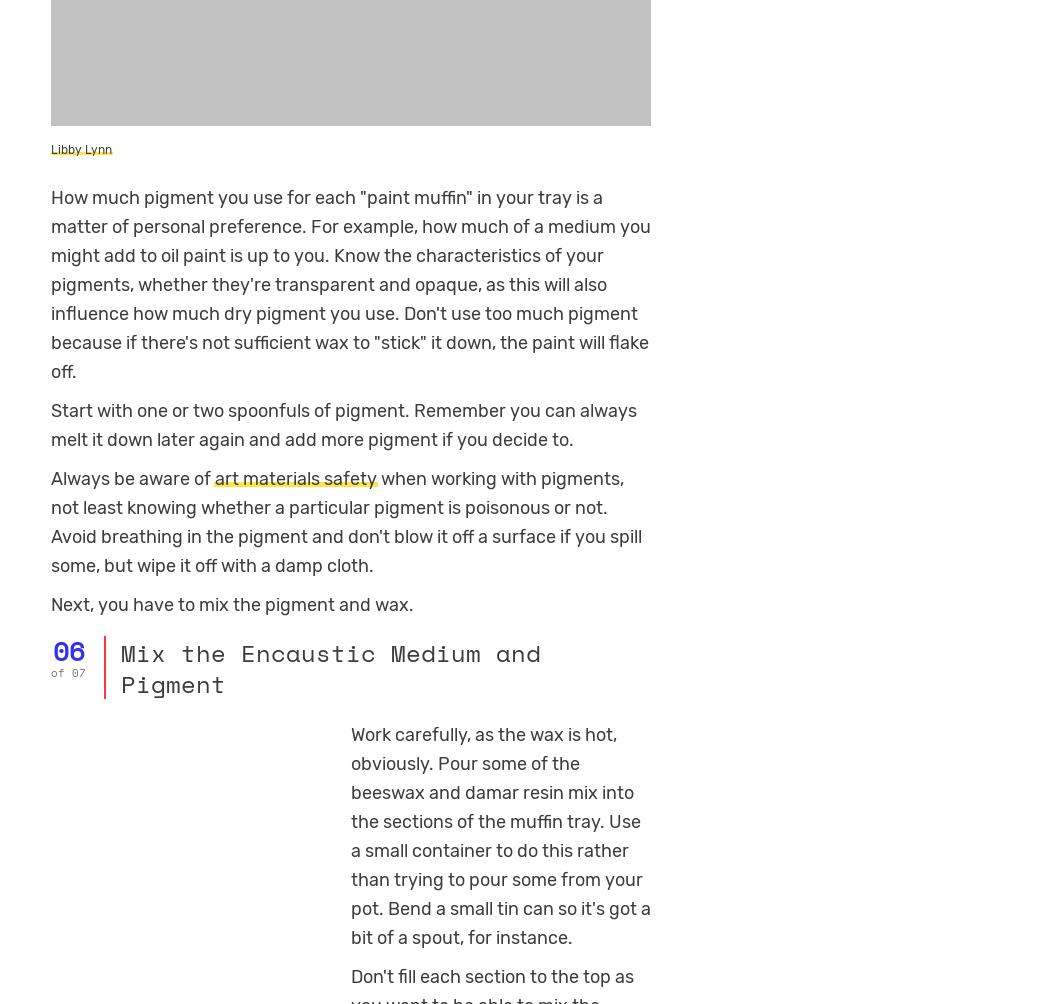 Image resolution: width=1050 pixels, height=1004 pixels. I want to click on 'Next, you have to mix the pigment and wax.', so click(50, 605).